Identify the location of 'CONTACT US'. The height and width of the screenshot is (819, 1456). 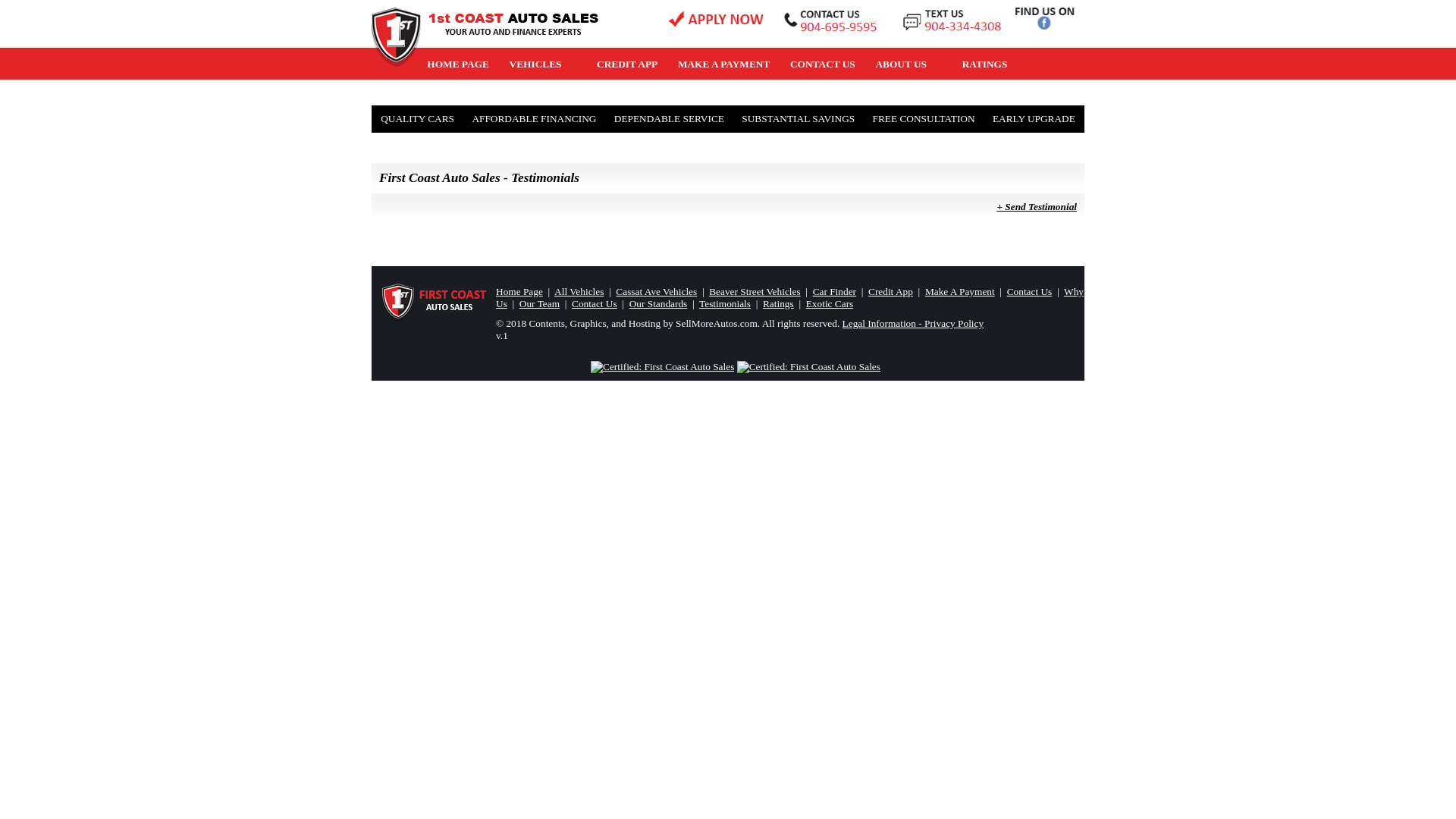
(780, 63).